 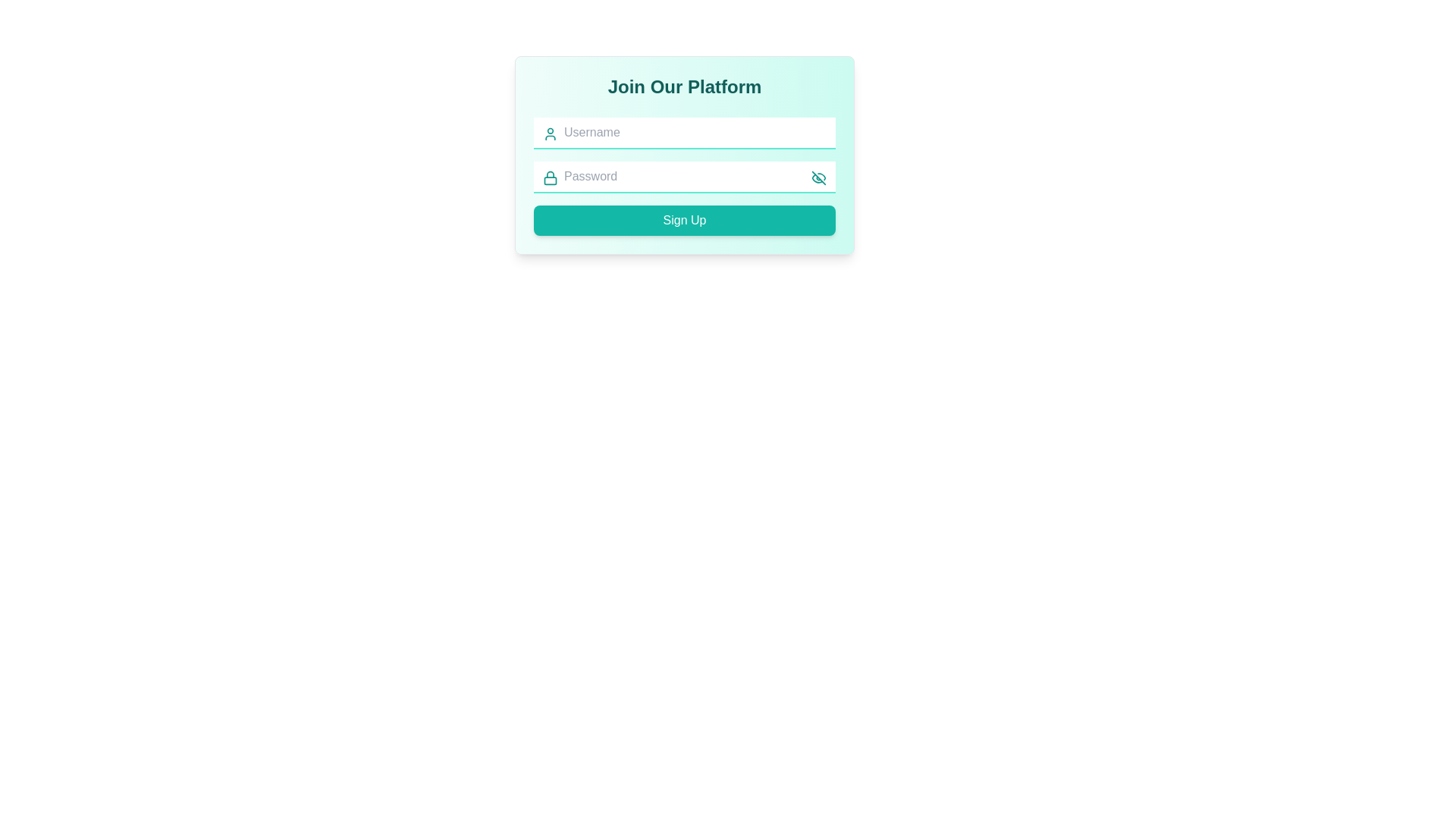 What do you see at coordinates (549, 180) in the screenshot?
I see `the decorative SVG rectangle that represents the body of the lock icon, located to the left of the 'Password' input field` at bounding box center [549, 180].